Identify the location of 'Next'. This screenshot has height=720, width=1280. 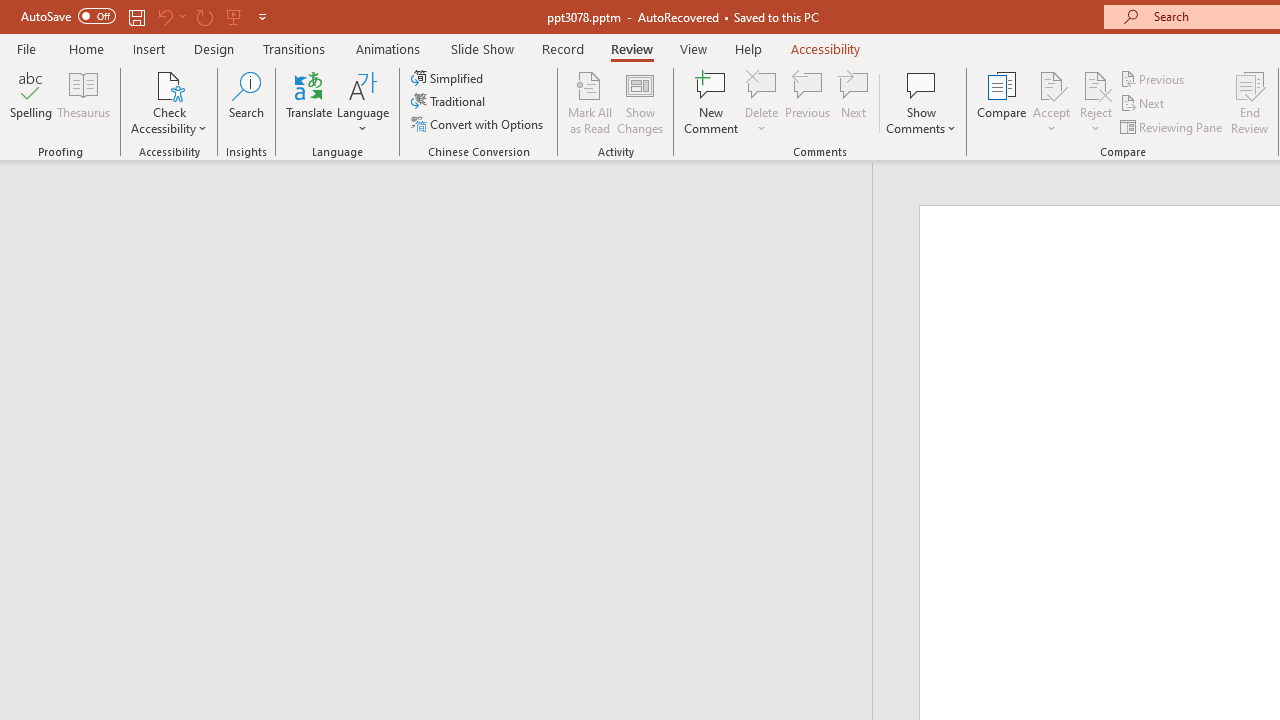
(1144, 103).